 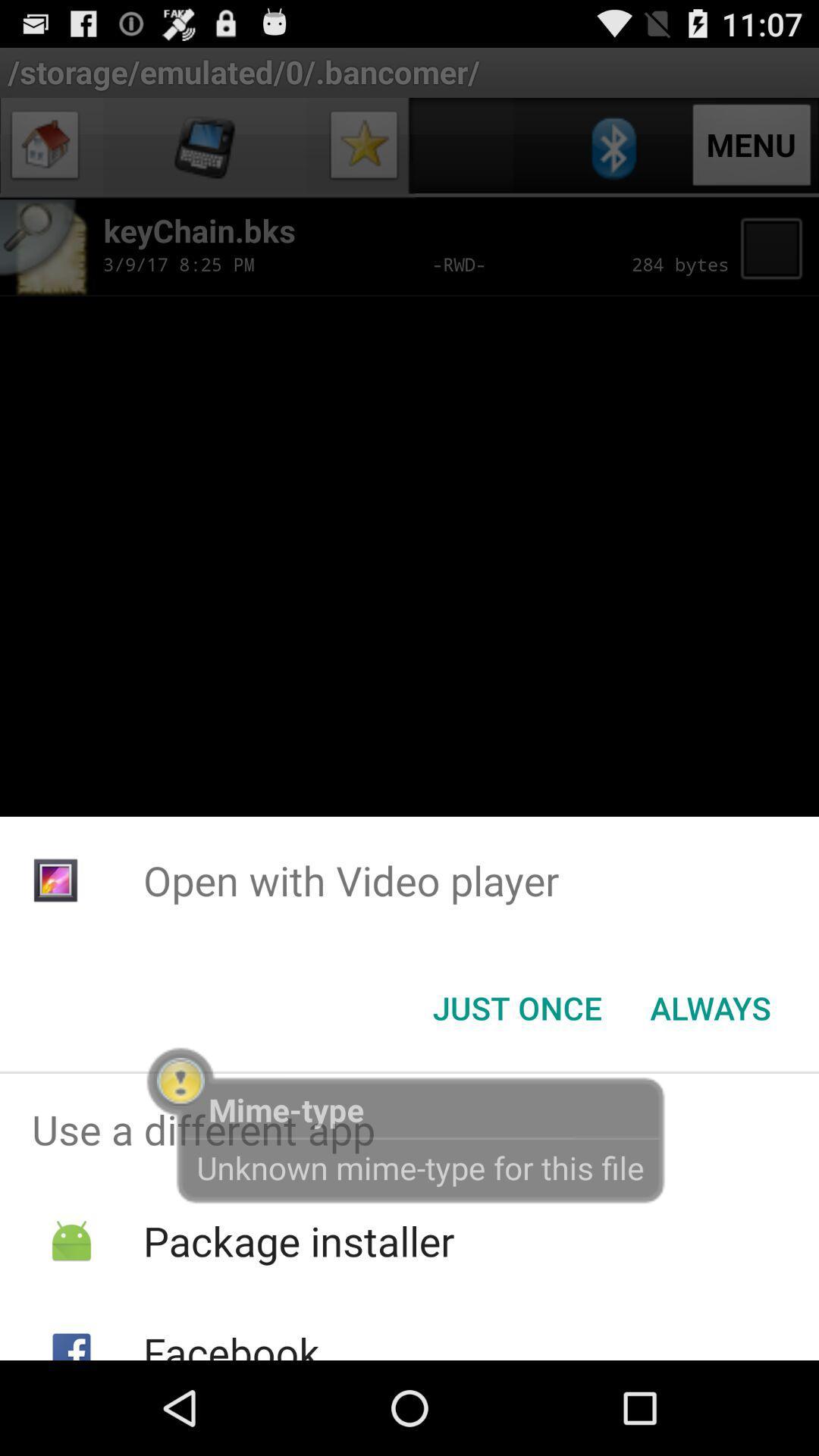 What do you see at coordinates (711, 1008) in the screenshot?
I see `always icon` at bounding box center [711, 1008].